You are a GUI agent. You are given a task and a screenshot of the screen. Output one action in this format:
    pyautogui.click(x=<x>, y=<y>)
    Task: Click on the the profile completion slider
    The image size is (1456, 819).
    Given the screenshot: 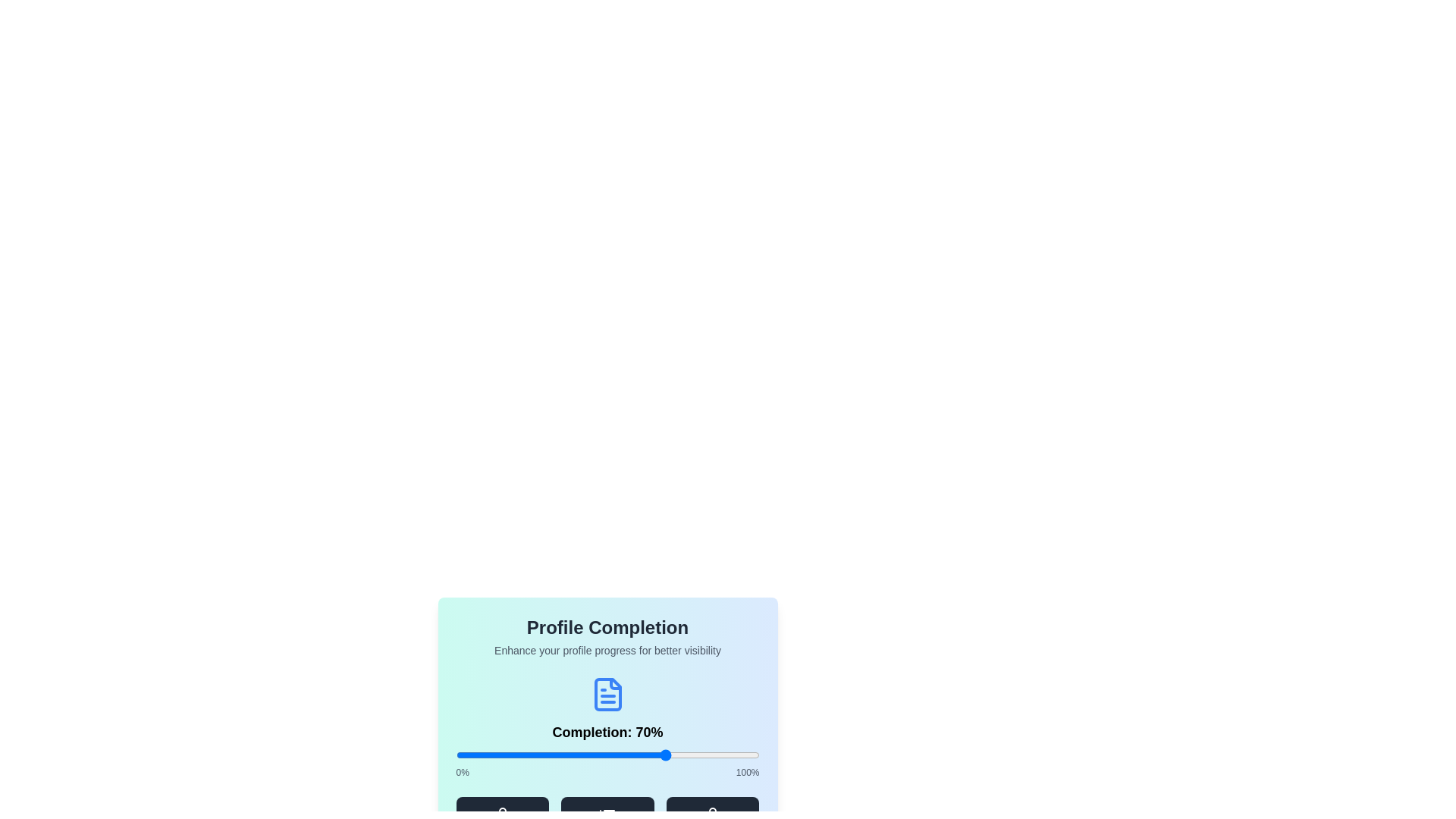 What is the action you would take?
    pyautogui.click(x=707, y=755)
    